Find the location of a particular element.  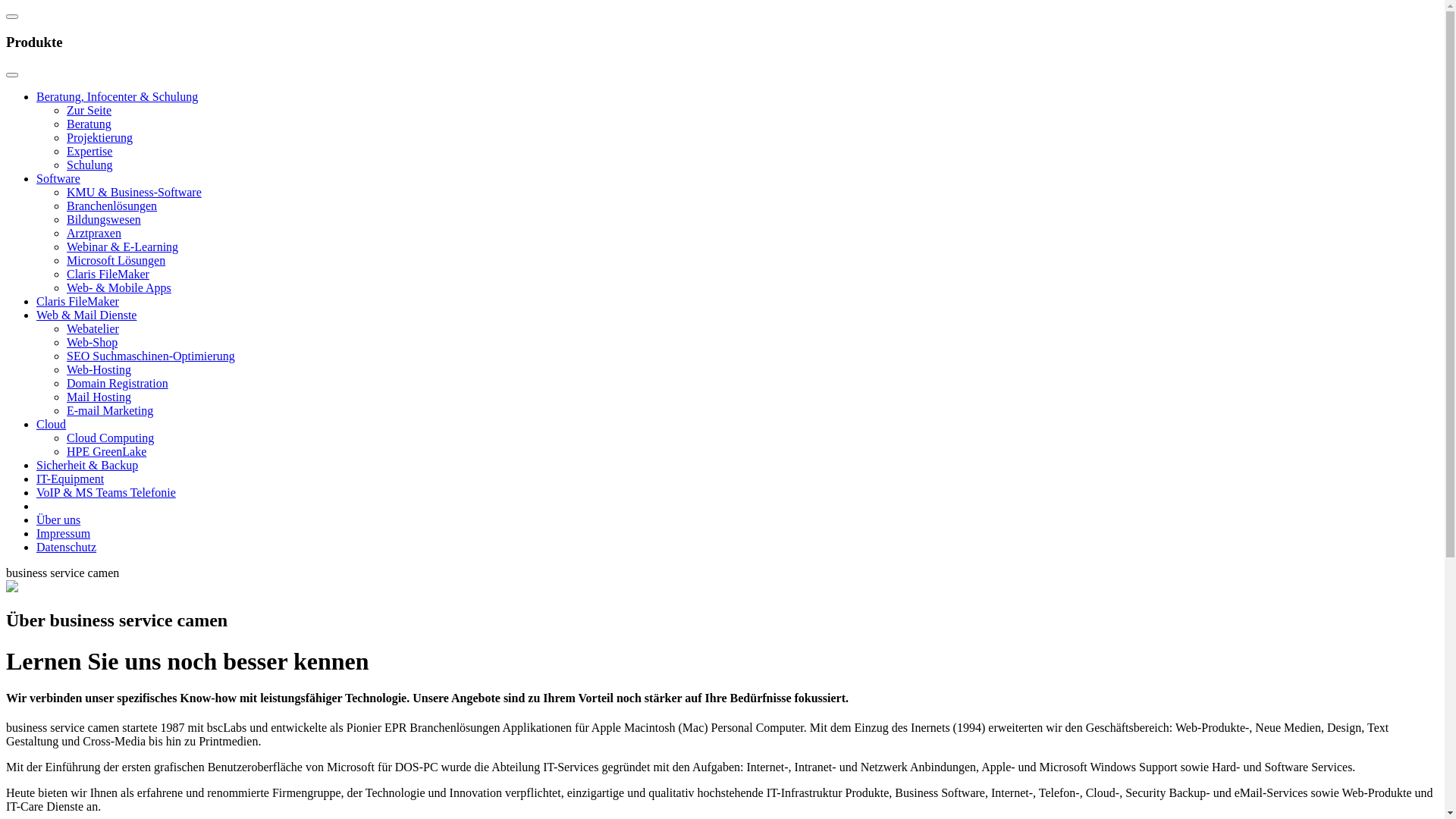

'Webatelier' is located at coordinates (92, 328).